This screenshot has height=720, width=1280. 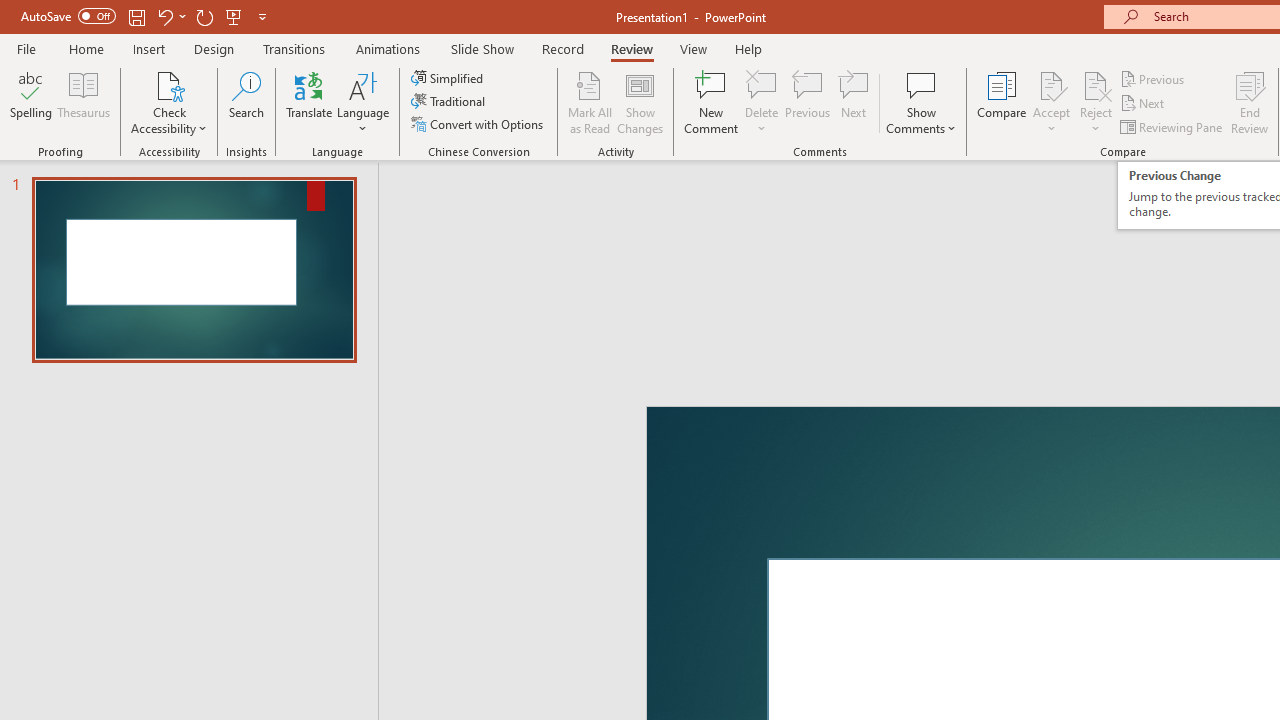 I want to click on 'Thesaurus...', so click(x=82, y=103).